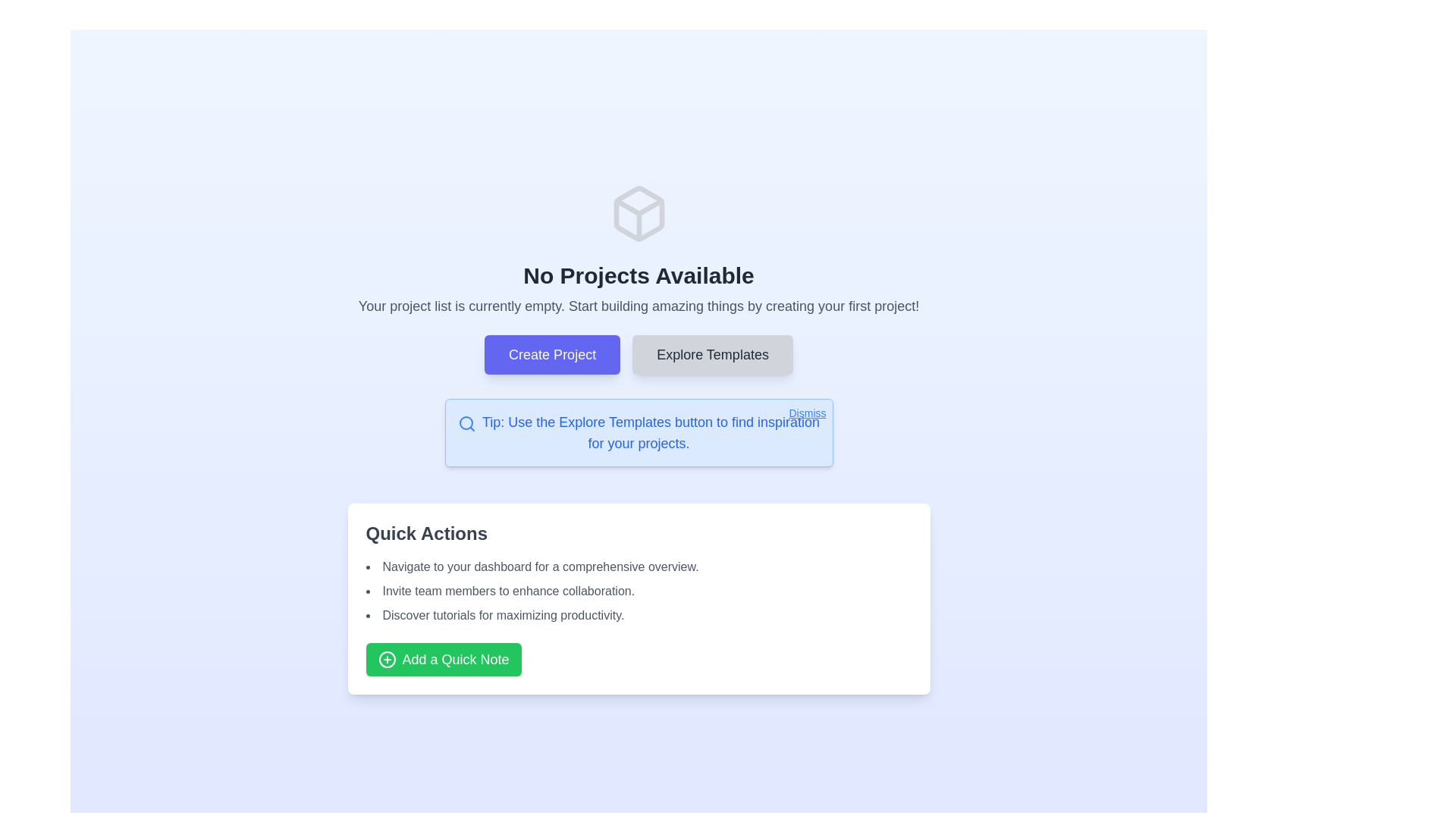  Describe the element at coordinates (387, 659) in the screenshot. I see `the circular icon with a plus symbol inside it, which is located to the left of the text within the green button labeled 'Add a Quick Note'` at that location.